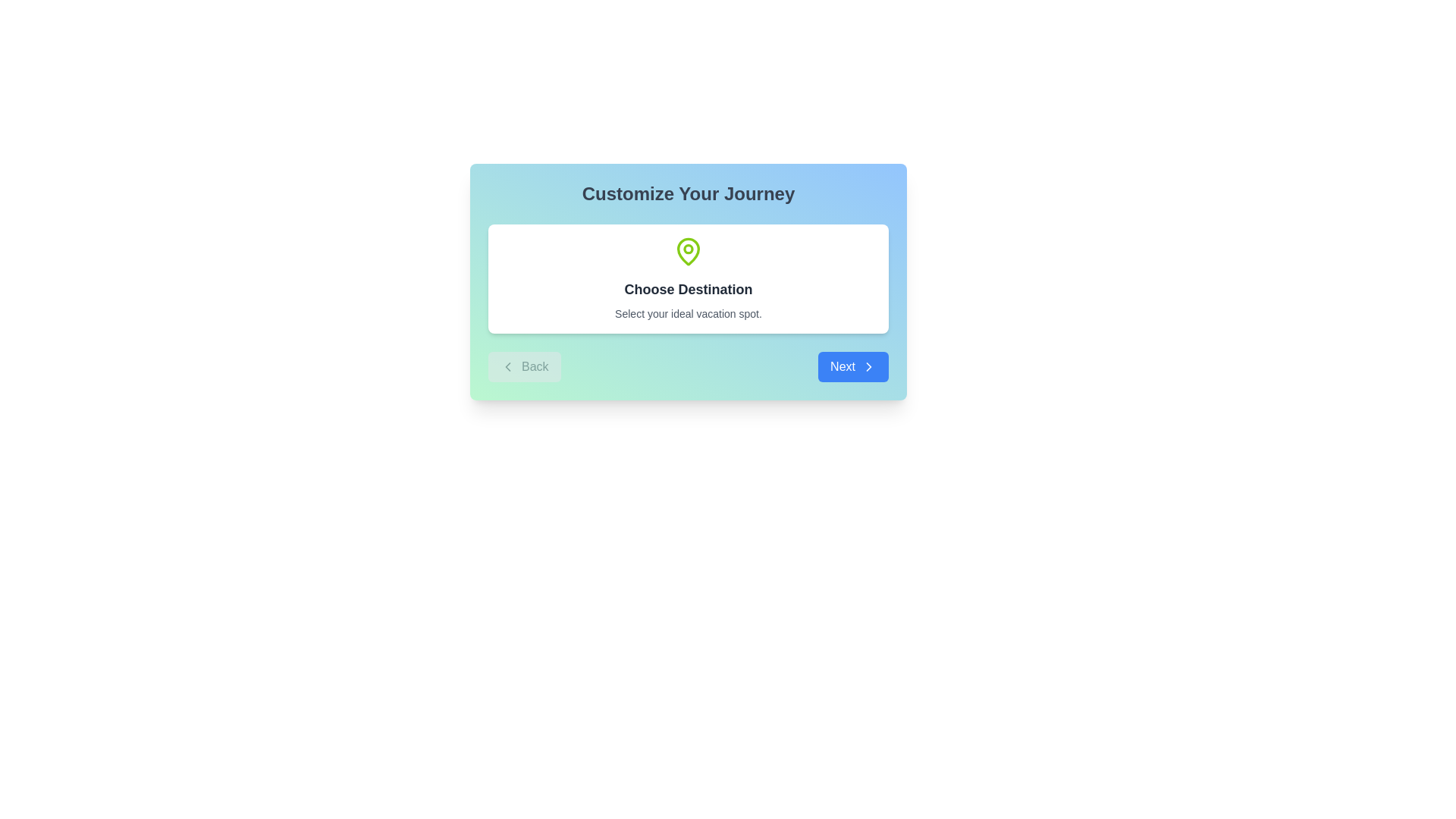 This screenshot has height=819, width=1456. I want to click on the text label that prompts 'Select your ideal vacation spot', which is located below the 'Choose Destination' text in a card interface, so click(687, 312).